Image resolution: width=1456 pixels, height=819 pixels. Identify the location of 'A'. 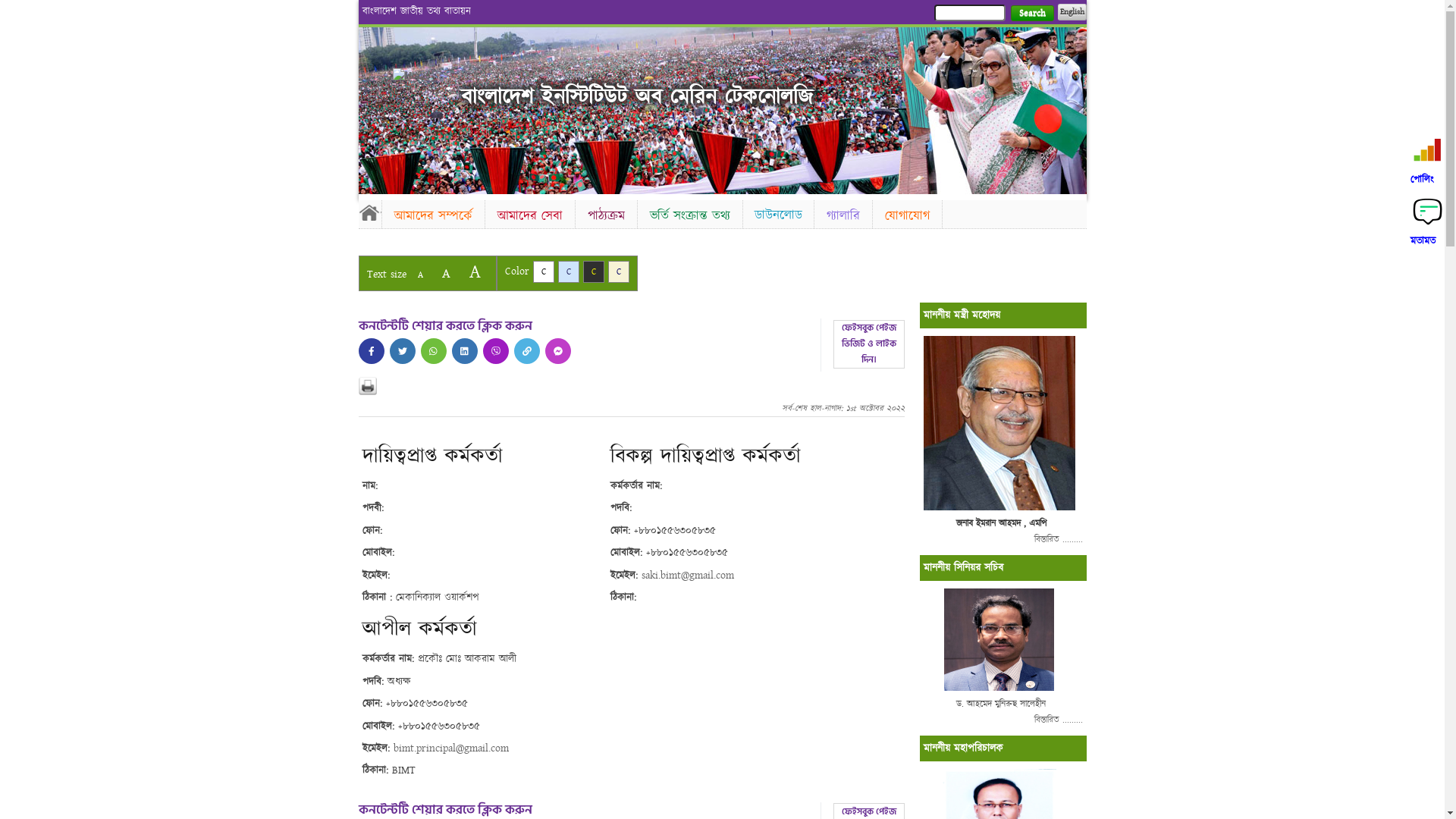
(460, 271).